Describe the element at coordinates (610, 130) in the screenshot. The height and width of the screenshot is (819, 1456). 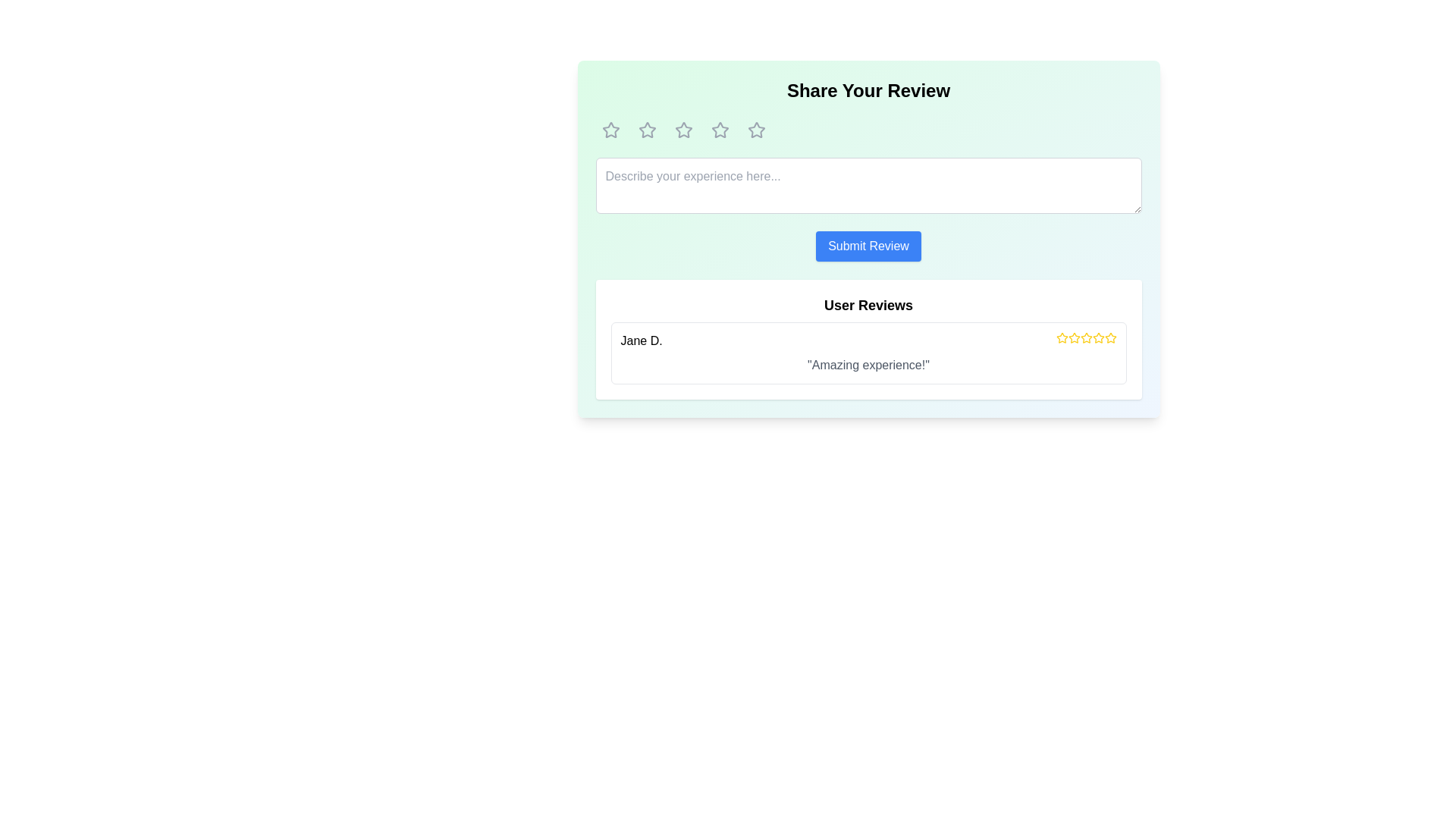
I see `the first star icon in the rating system located under the 'Share Your Review' header to provide a rating` at that location.